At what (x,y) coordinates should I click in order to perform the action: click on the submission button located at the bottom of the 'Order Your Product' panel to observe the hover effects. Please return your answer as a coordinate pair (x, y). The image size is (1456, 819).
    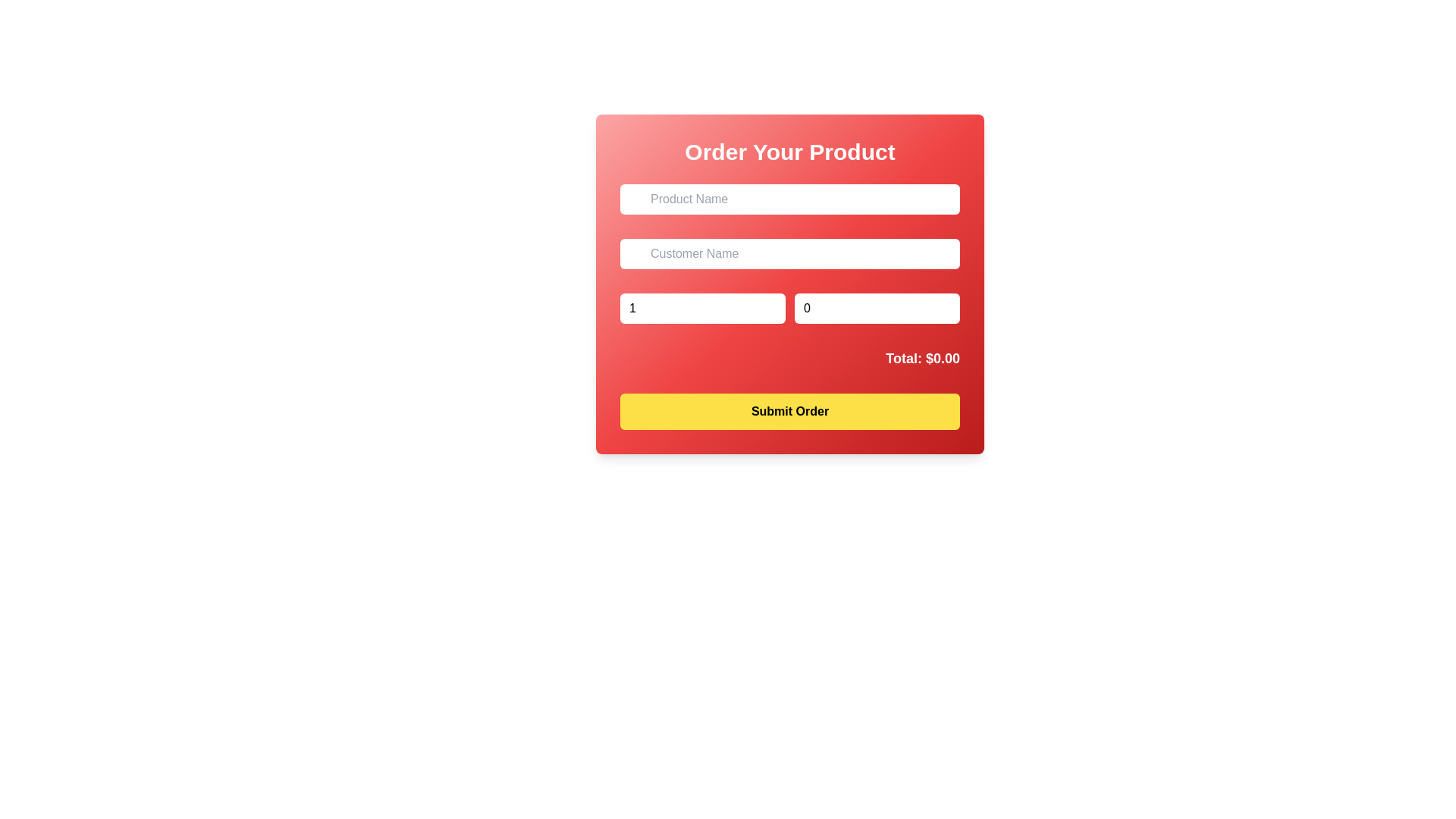
    Looking at the image, I should click on (789, 412).